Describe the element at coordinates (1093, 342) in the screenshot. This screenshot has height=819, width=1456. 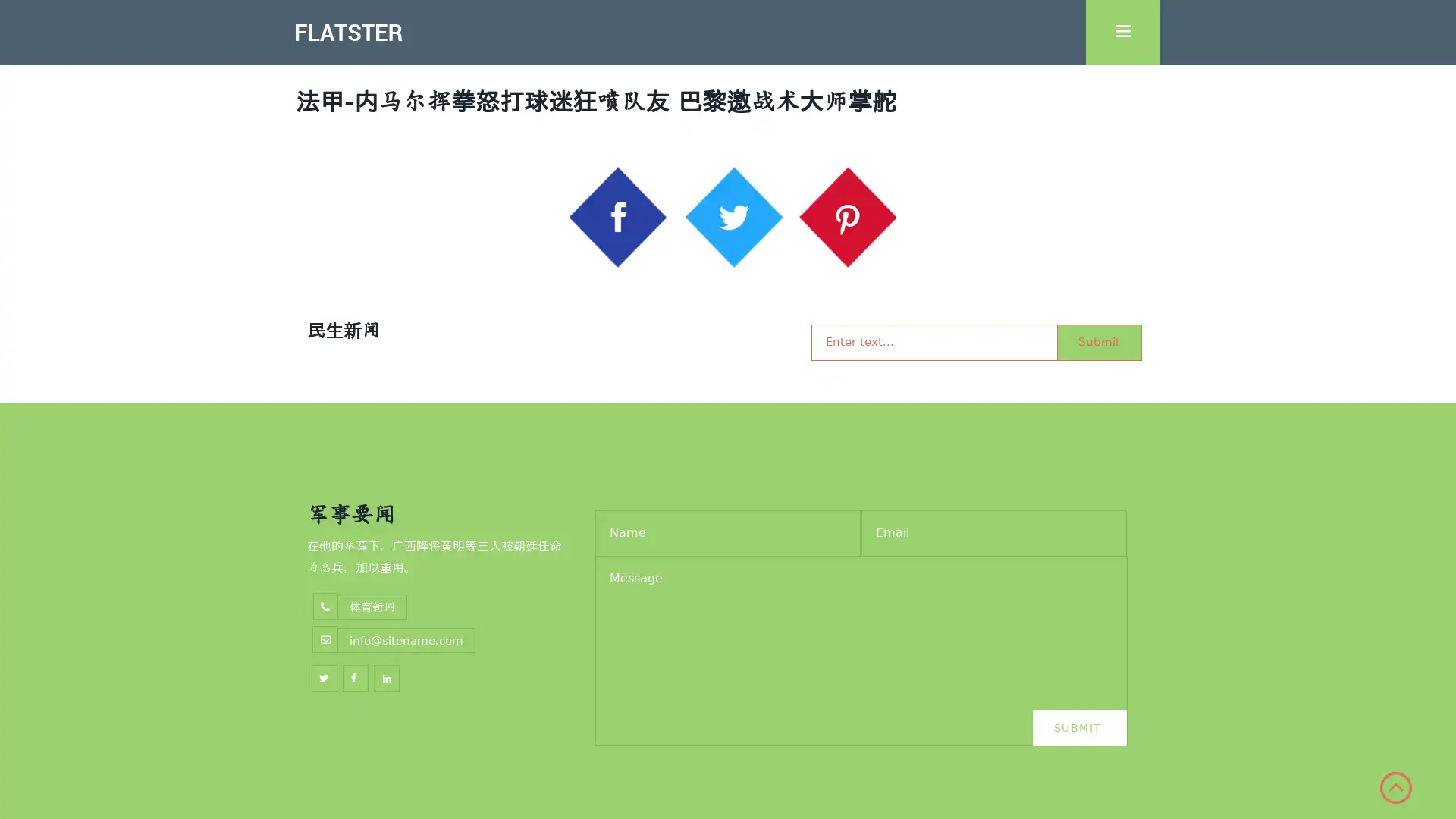
I see `Submit` at that location.